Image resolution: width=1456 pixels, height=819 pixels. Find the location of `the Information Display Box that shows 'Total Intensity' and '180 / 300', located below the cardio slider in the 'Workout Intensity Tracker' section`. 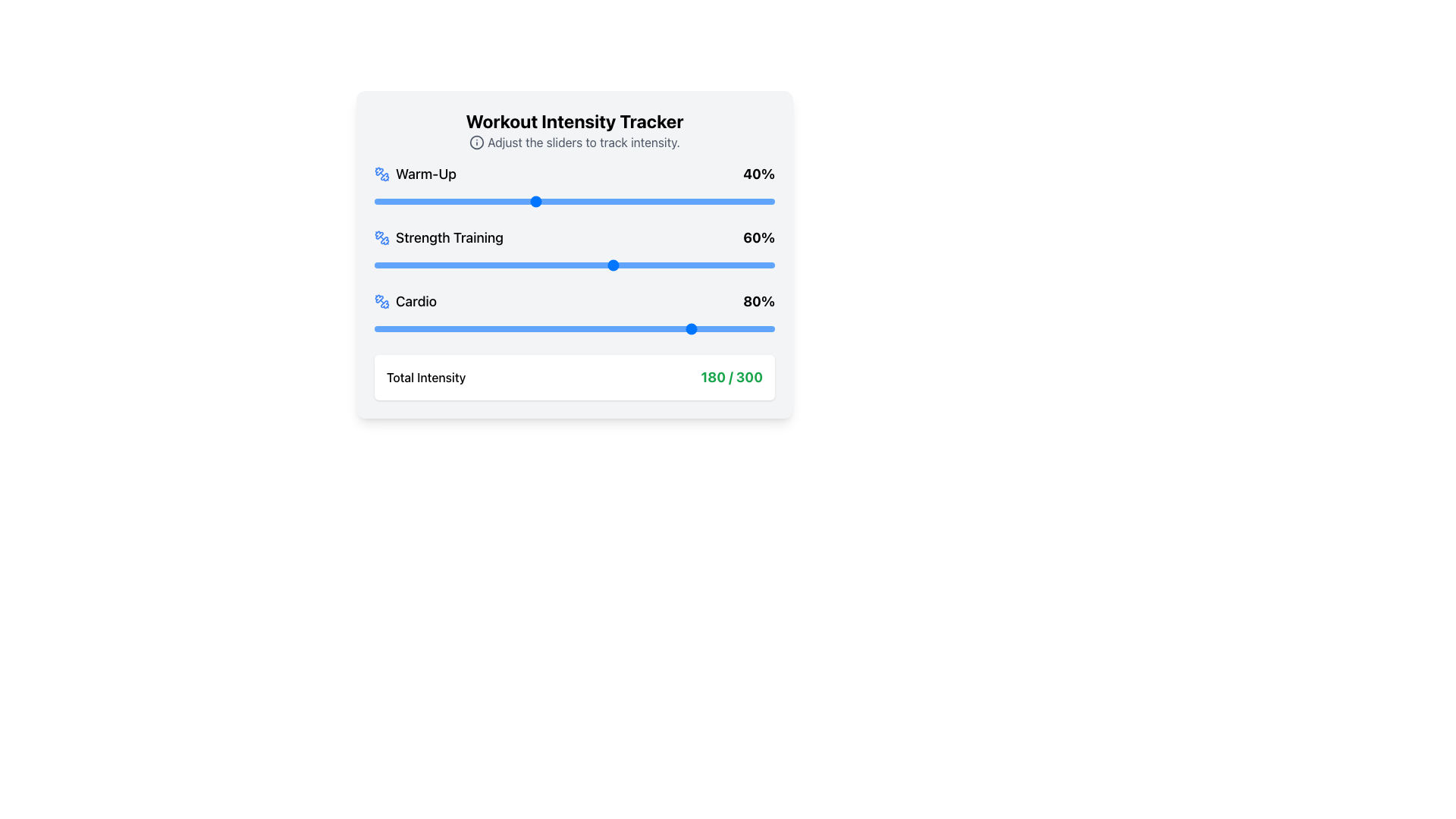

the Information Display Box that shows 'Total Intensity' and '180 / 300', located below the cardio slider in the 'Workout Intensity Tracker' section is located at coordinates (574, 376).